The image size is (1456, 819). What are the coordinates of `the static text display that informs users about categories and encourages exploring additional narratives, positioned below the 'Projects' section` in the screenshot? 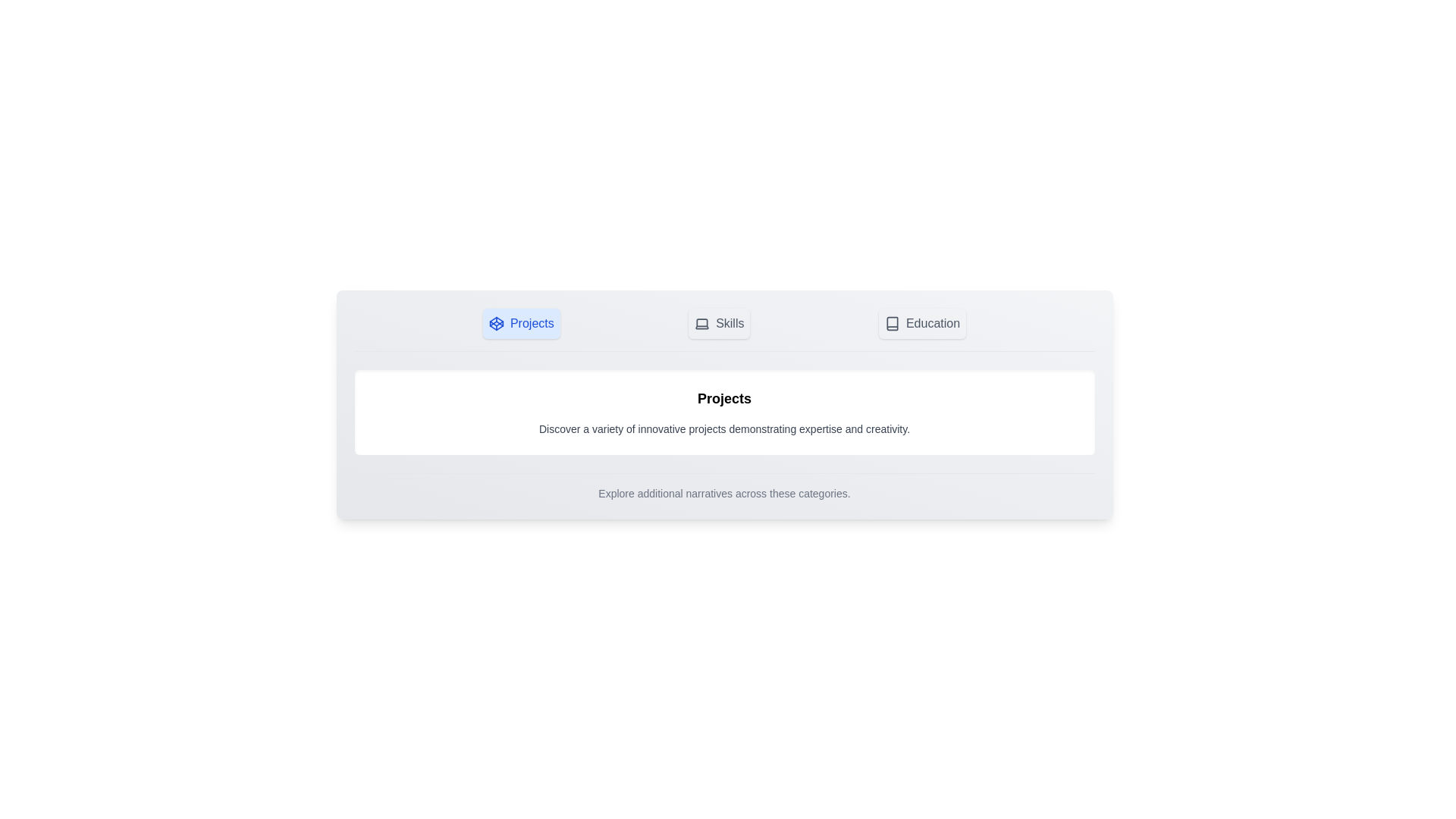 It's located at (723, 487).